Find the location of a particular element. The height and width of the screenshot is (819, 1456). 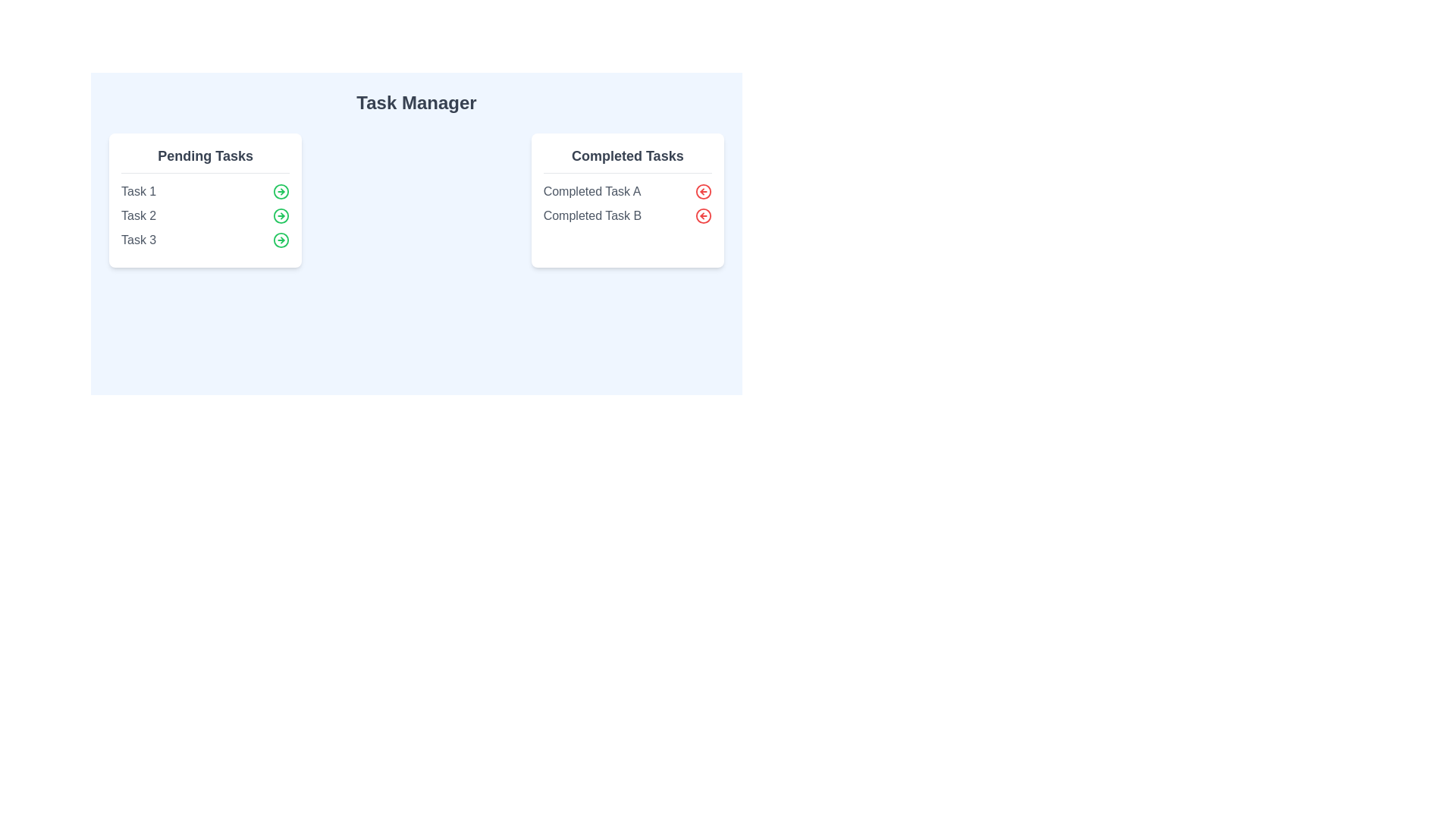

green arrow button for the task labeled Task 1 to transfer it to 'Completed Tasks' is located at coordinates (281, 191).